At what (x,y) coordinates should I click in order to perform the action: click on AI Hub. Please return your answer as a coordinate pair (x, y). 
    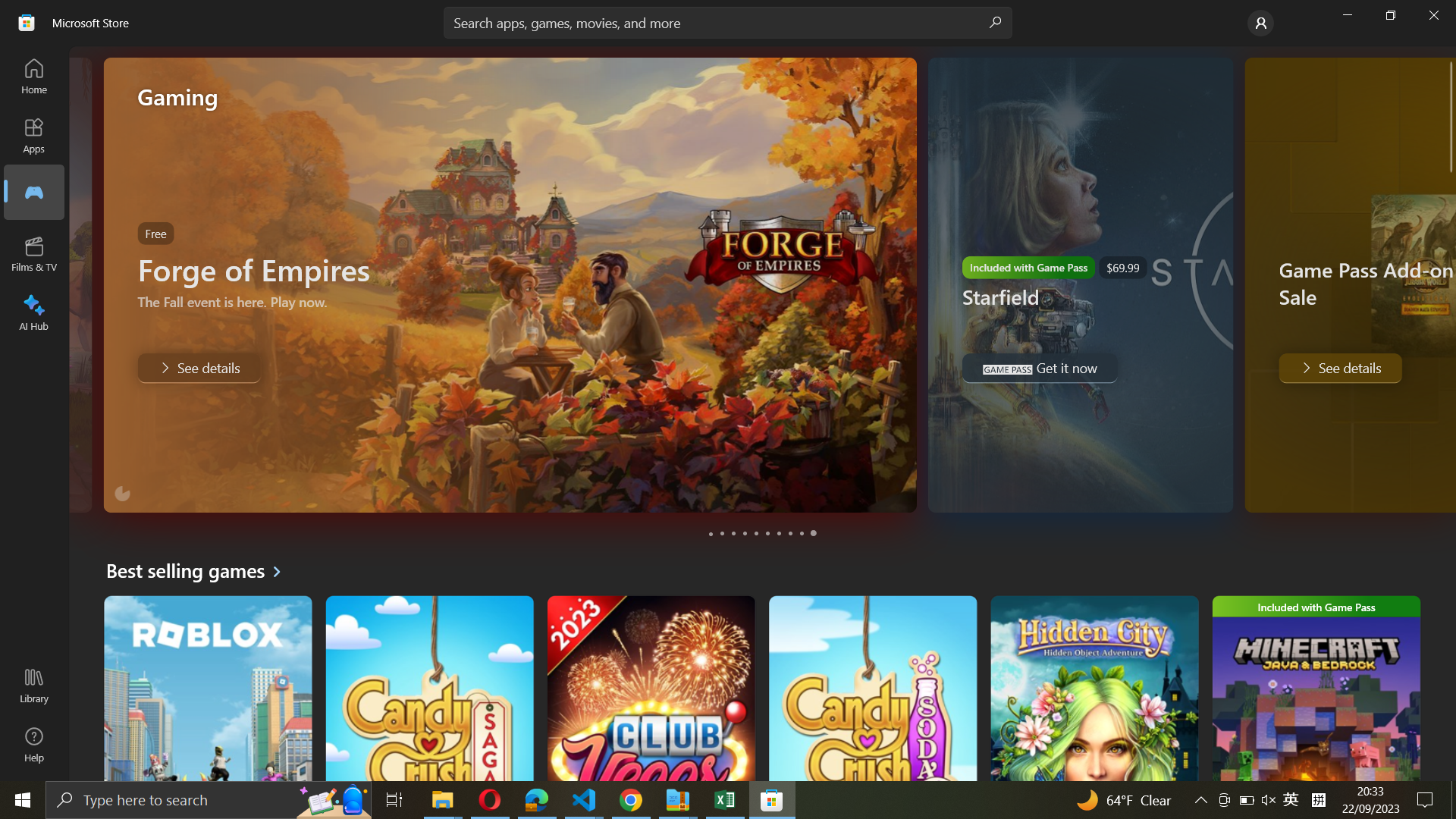
    Looking at the image, I should click on (35, 309).